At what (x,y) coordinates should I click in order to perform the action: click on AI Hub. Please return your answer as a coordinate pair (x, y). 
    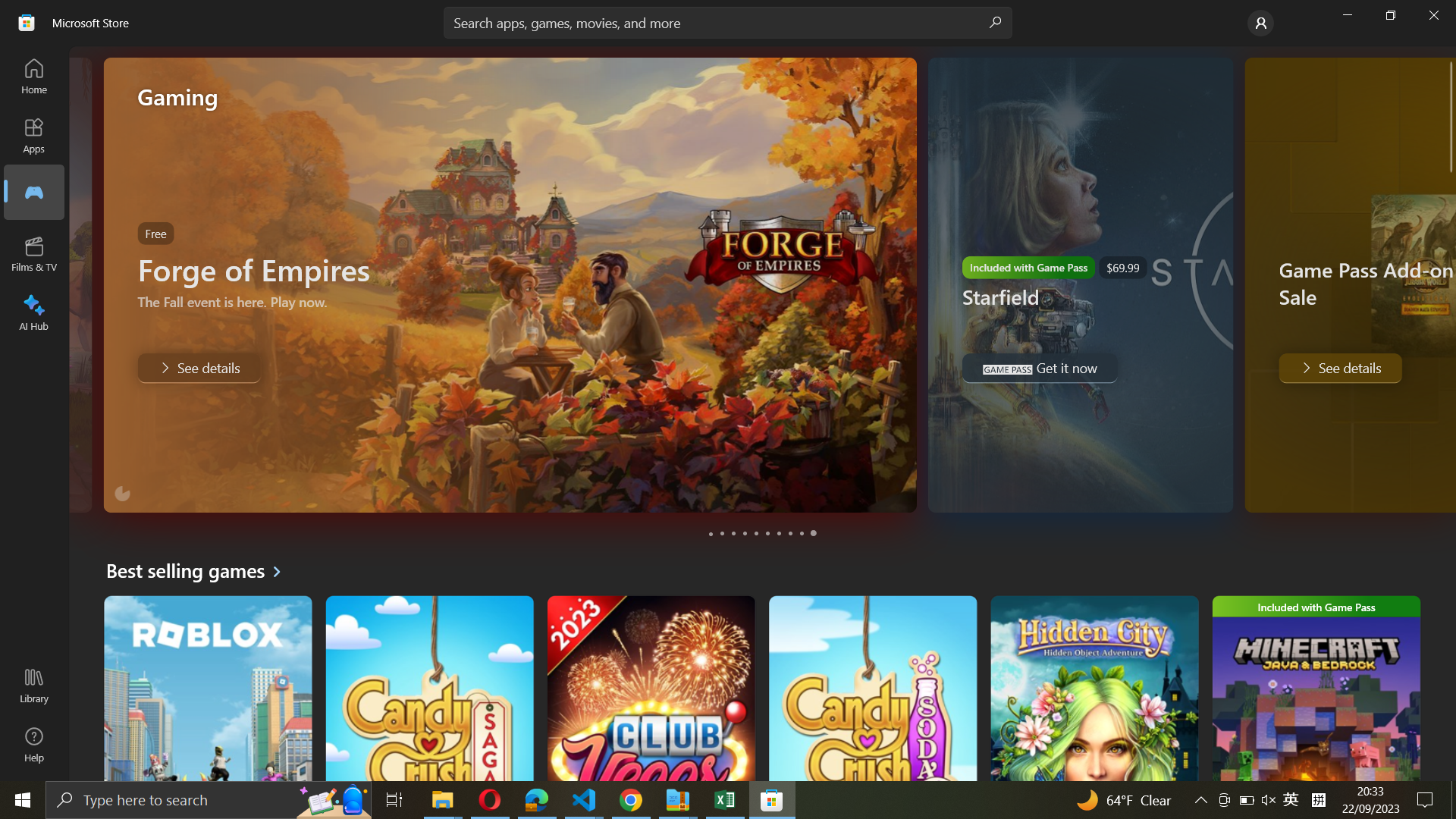
    Looking at the image, I should click on (35, 309).